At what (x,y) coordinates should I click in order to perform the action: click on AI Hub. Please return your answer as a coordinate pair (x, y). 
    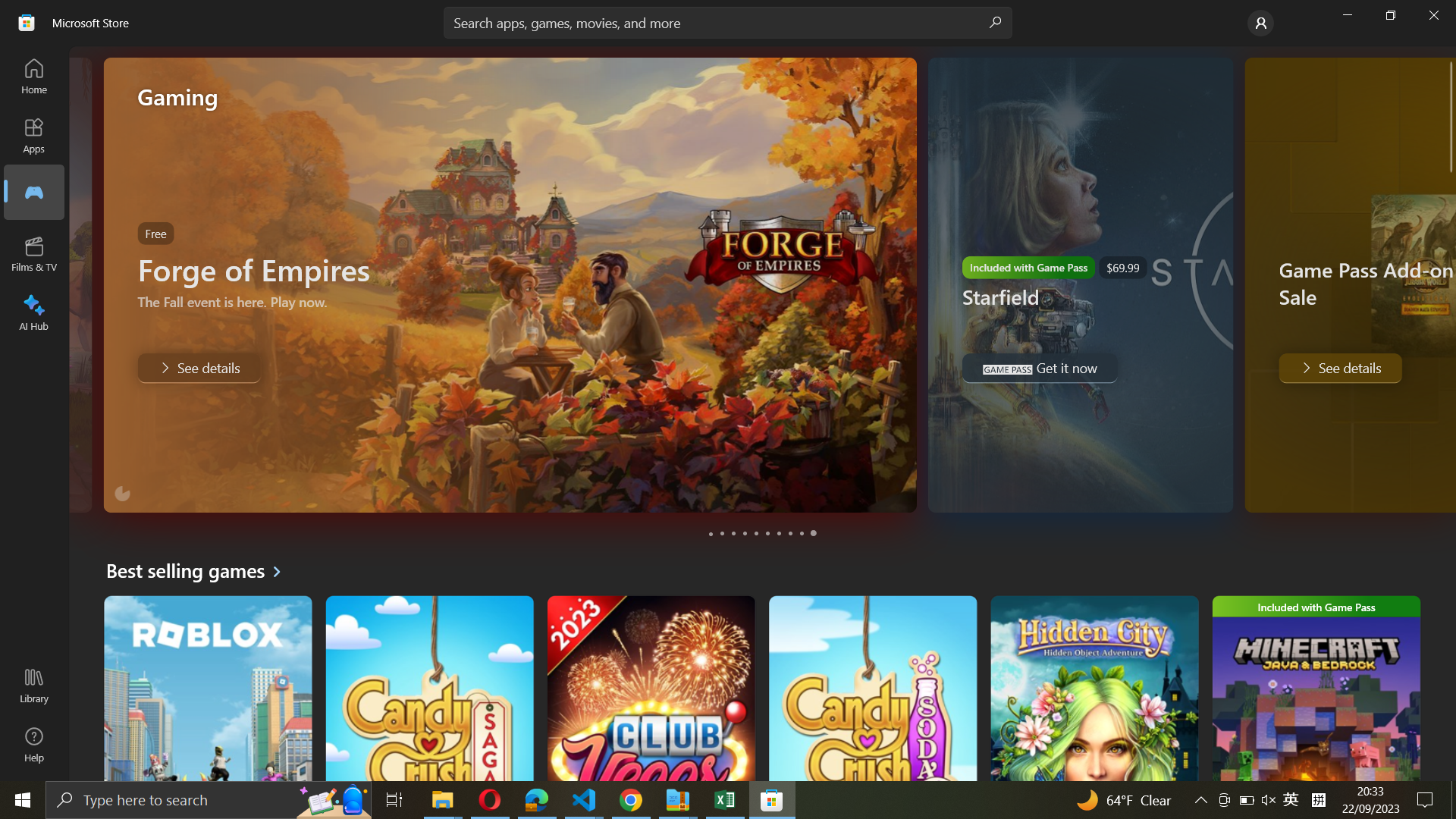
    Looking at the image, I should click on (35, 309).